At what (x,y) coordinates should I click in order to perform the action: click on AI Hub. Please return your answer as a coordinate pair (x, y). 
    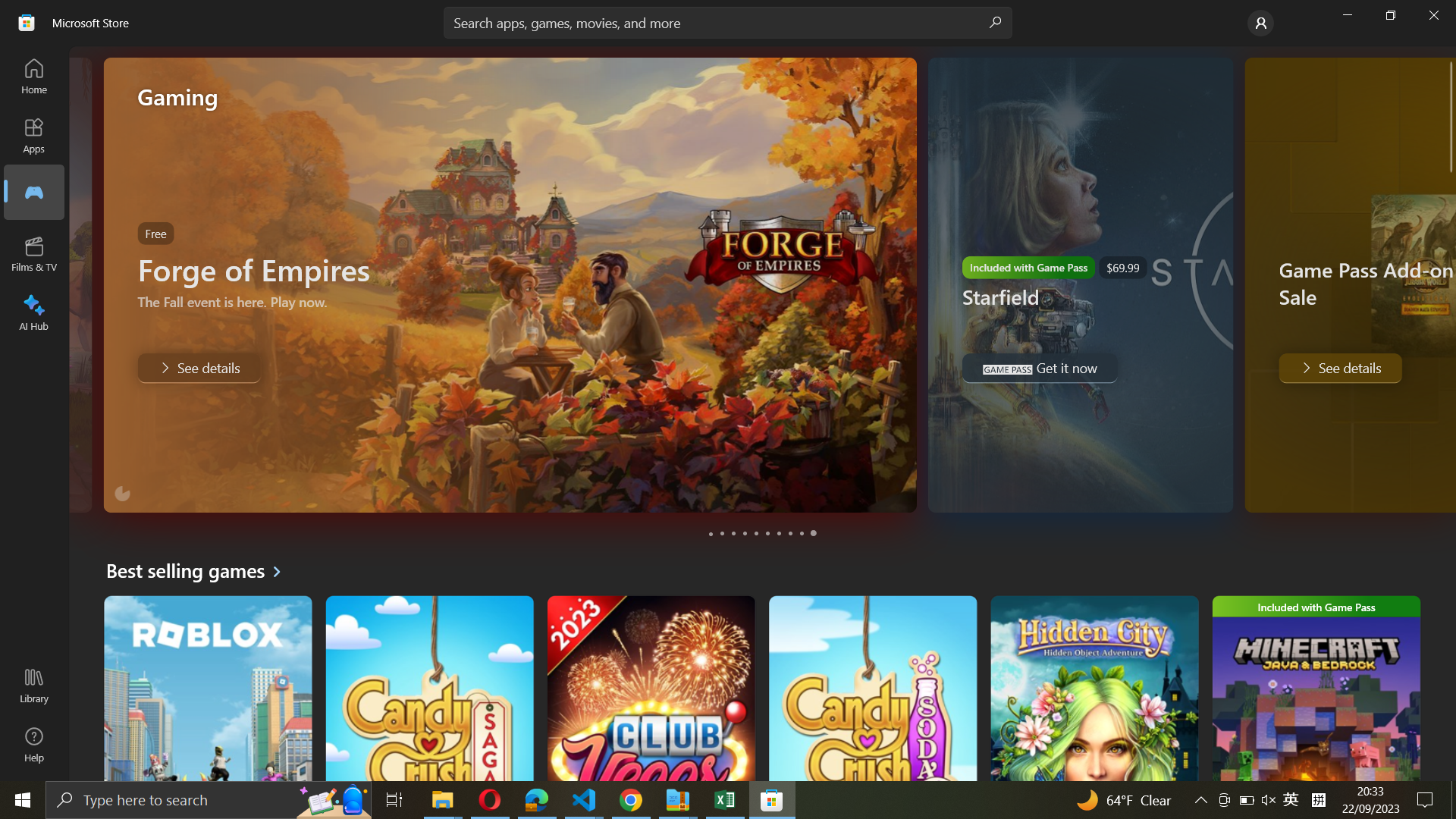
    Looking at the image, I should click on (35, 309).